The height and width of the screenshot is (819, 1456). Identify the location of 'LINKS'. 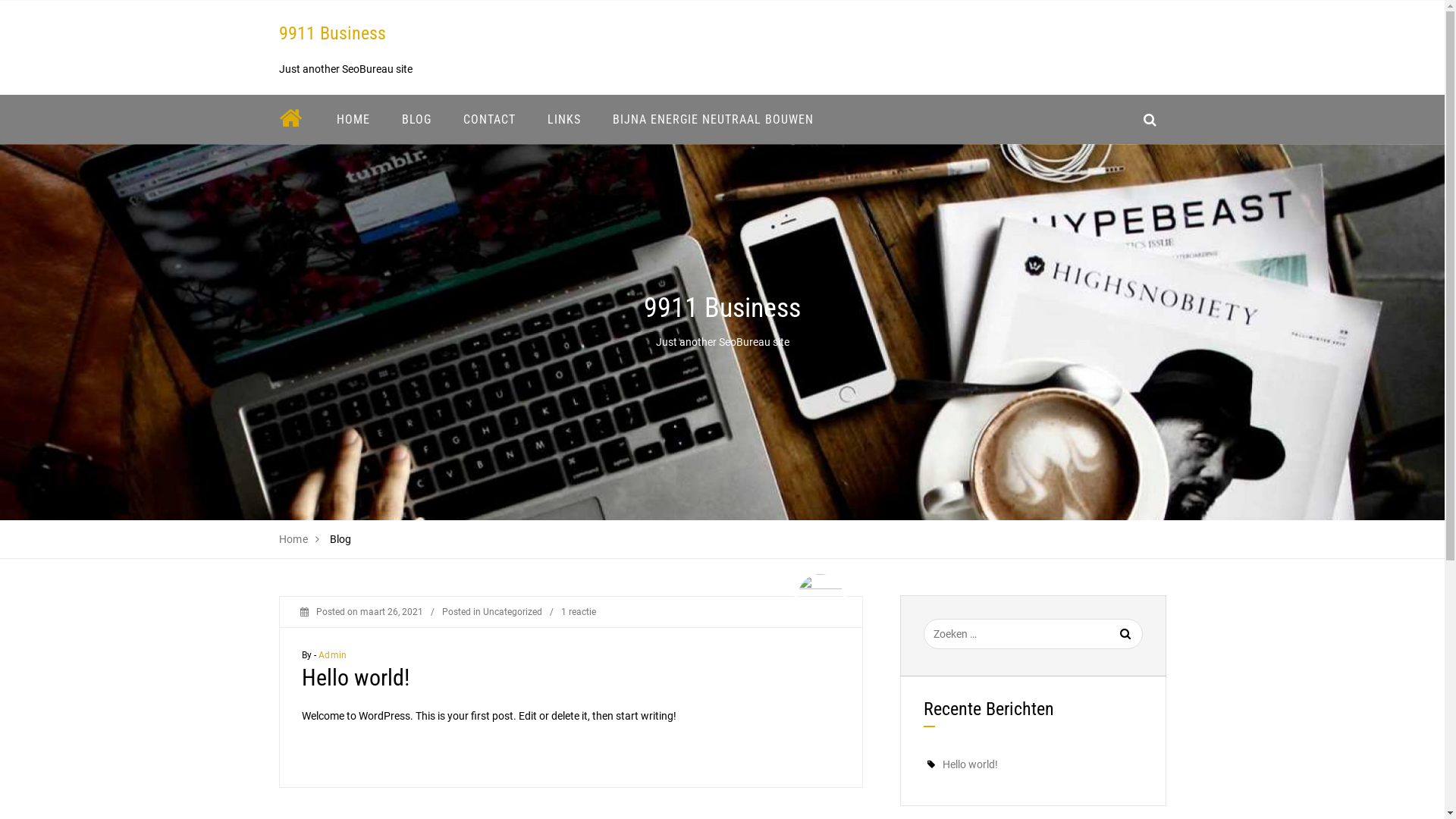
(563, 118).